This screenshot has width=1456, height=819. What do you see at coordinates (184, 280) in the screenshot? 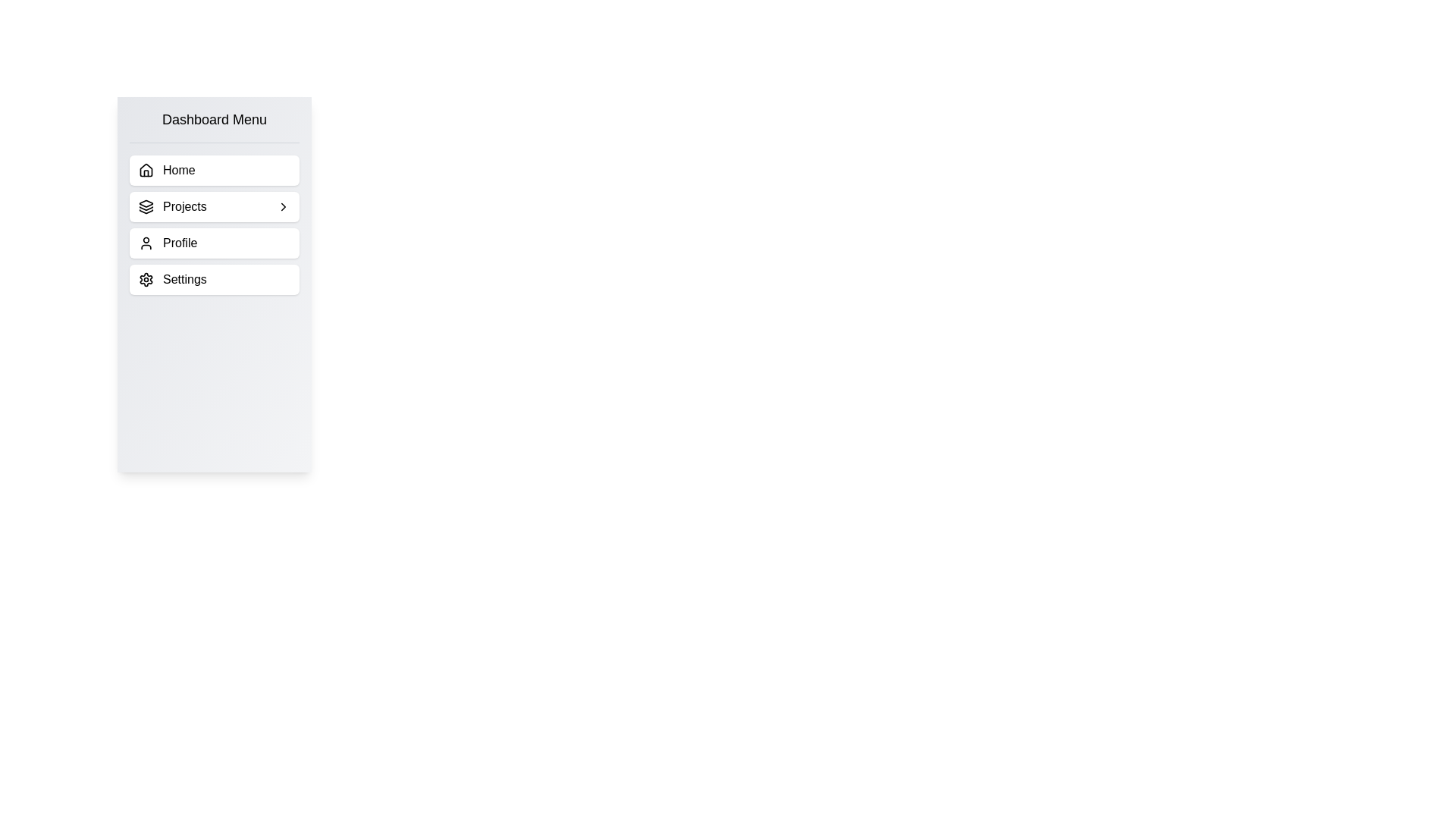
I see `the Label that indicates selecting this item will open the settings section of the application, positioned as the last item in the list of menu options in the left-hand side panel` at bounding box center [184, 280].